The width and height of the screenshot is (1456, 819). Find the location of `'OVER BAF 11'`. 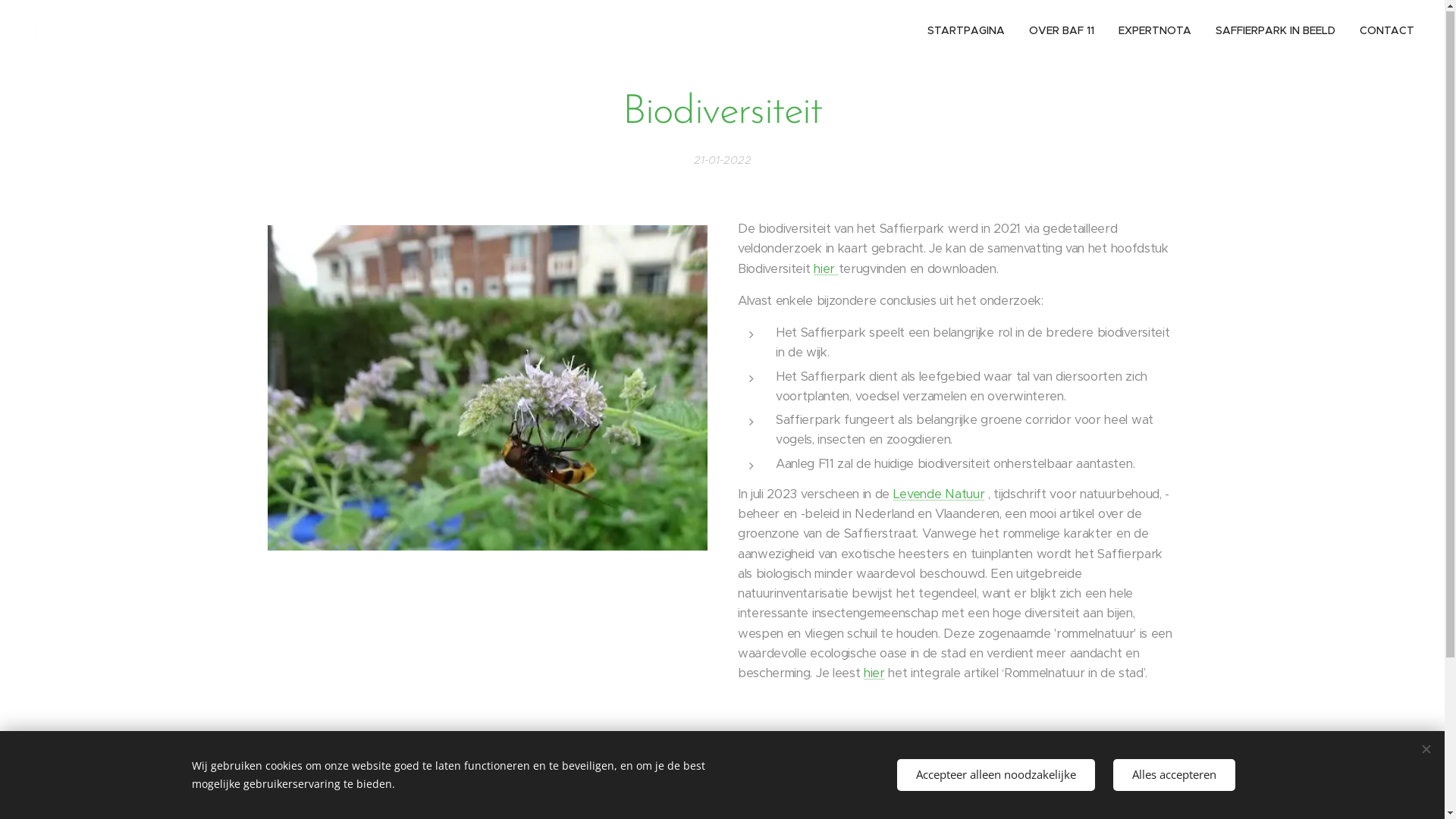

'OVER BAF 11' is located at coordinates (1061, 31).